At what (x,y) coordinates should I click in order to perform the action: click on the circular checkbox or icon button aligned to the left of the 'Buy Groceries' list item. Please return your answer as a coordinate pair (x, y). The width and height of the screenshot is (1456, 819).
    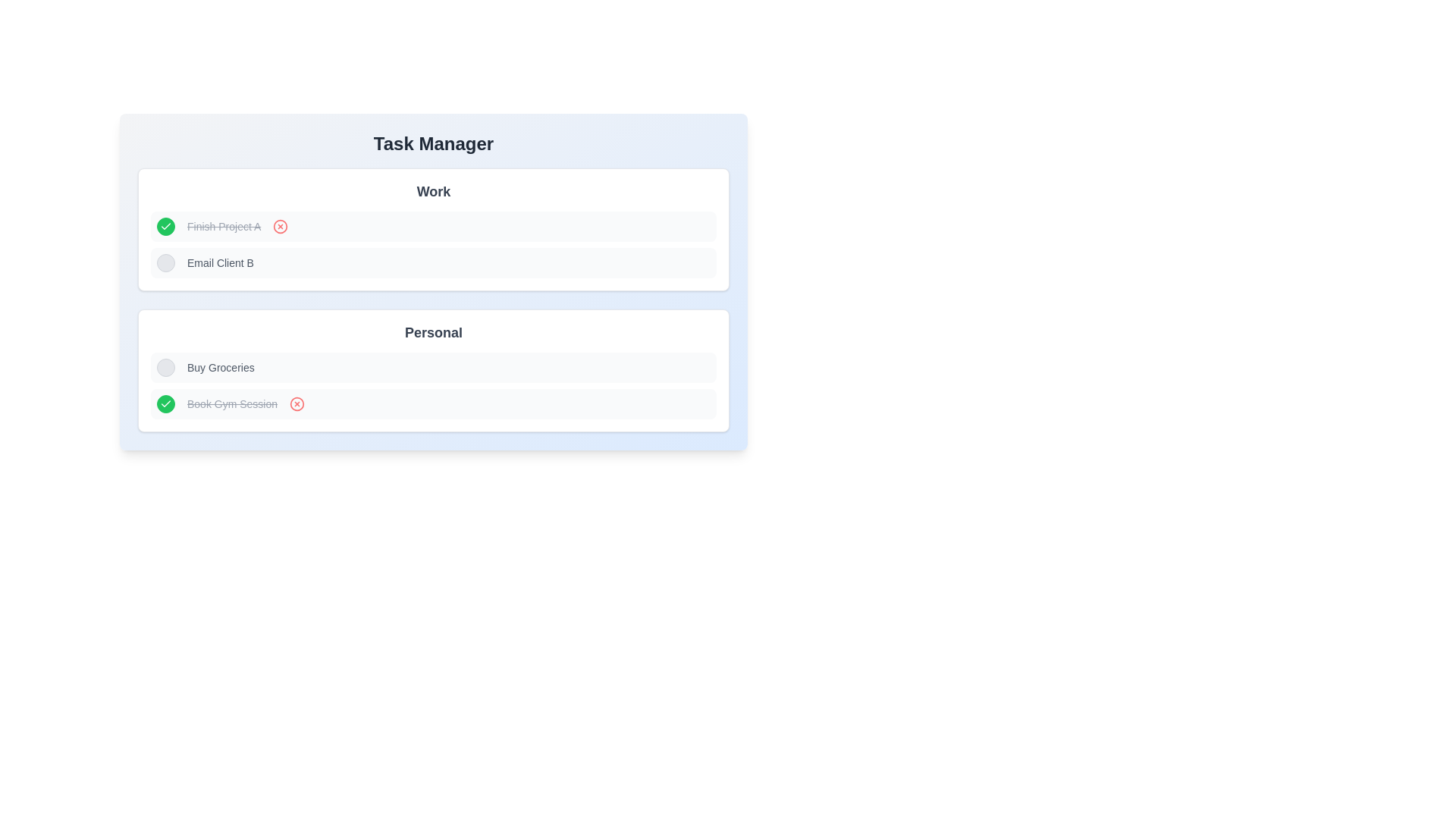
    Looking at the image, I should click on (166, 368).